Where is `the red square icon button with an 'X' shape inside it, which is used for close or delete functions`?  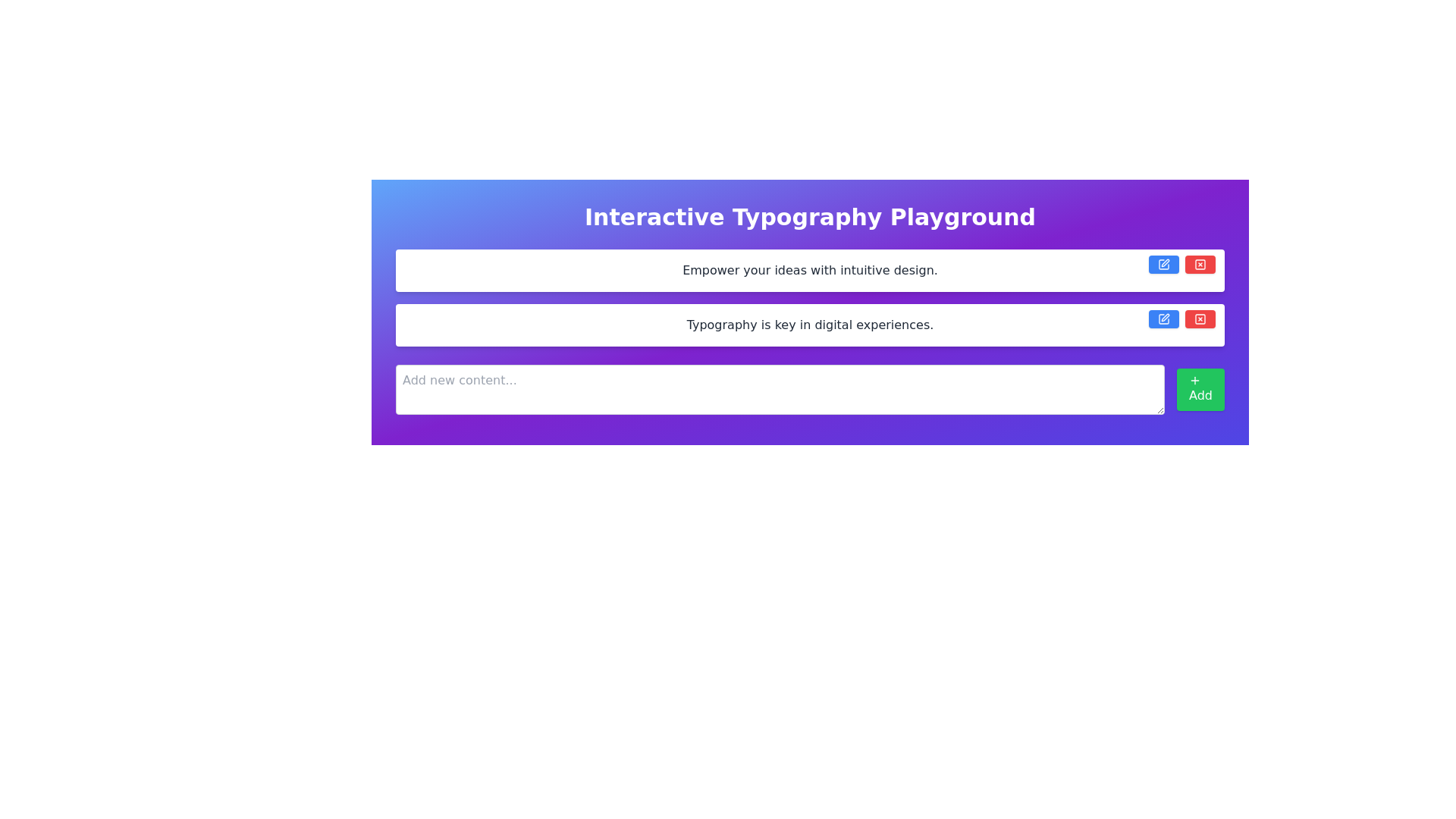 the red square icon button with an 'X' shape inside it, which is used for close or delete functions is located at coordinates (1200, 318).